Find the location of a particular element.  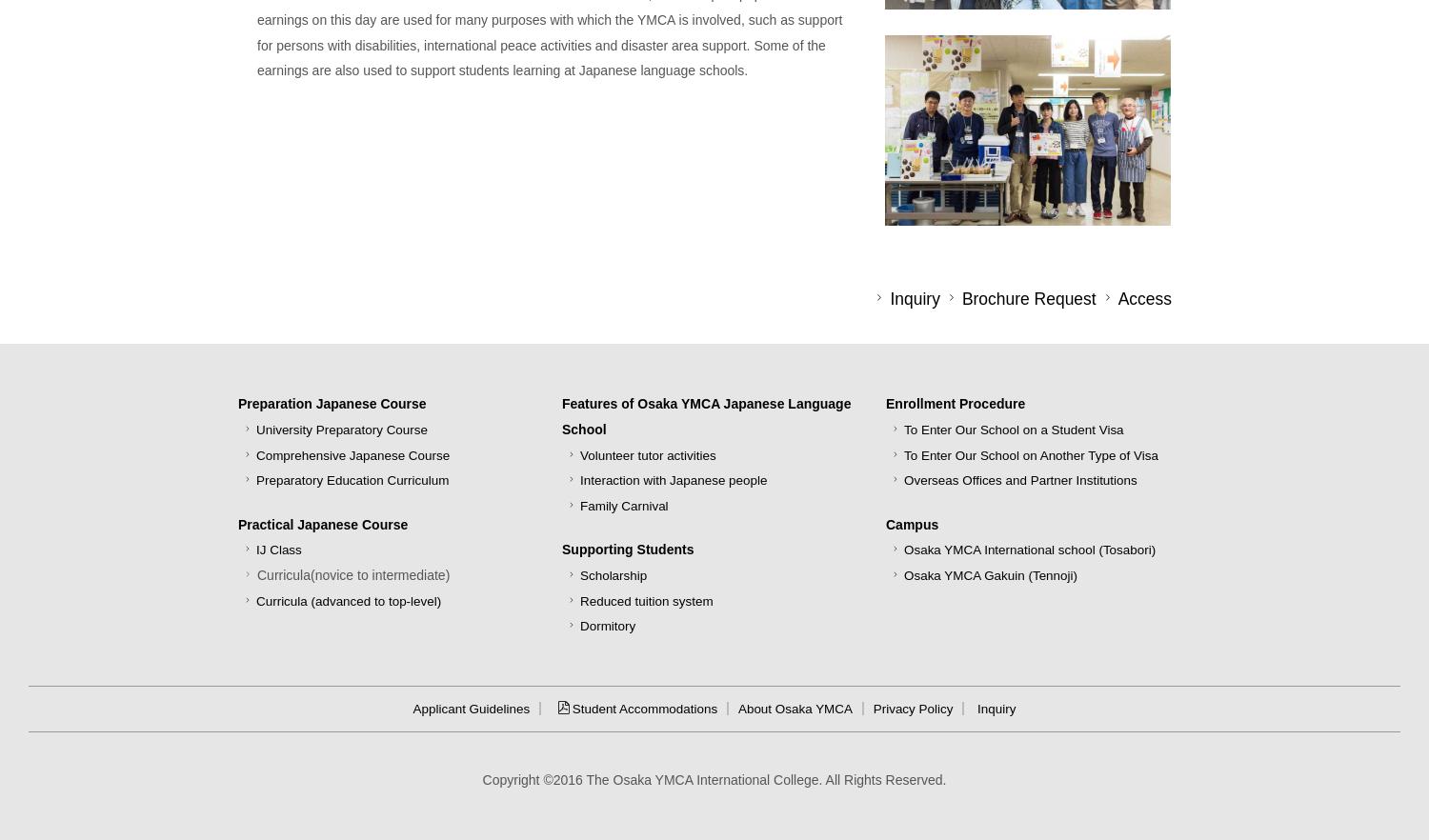

'Curricula (advanced to top-level)' is located at coordinates (348, 600).